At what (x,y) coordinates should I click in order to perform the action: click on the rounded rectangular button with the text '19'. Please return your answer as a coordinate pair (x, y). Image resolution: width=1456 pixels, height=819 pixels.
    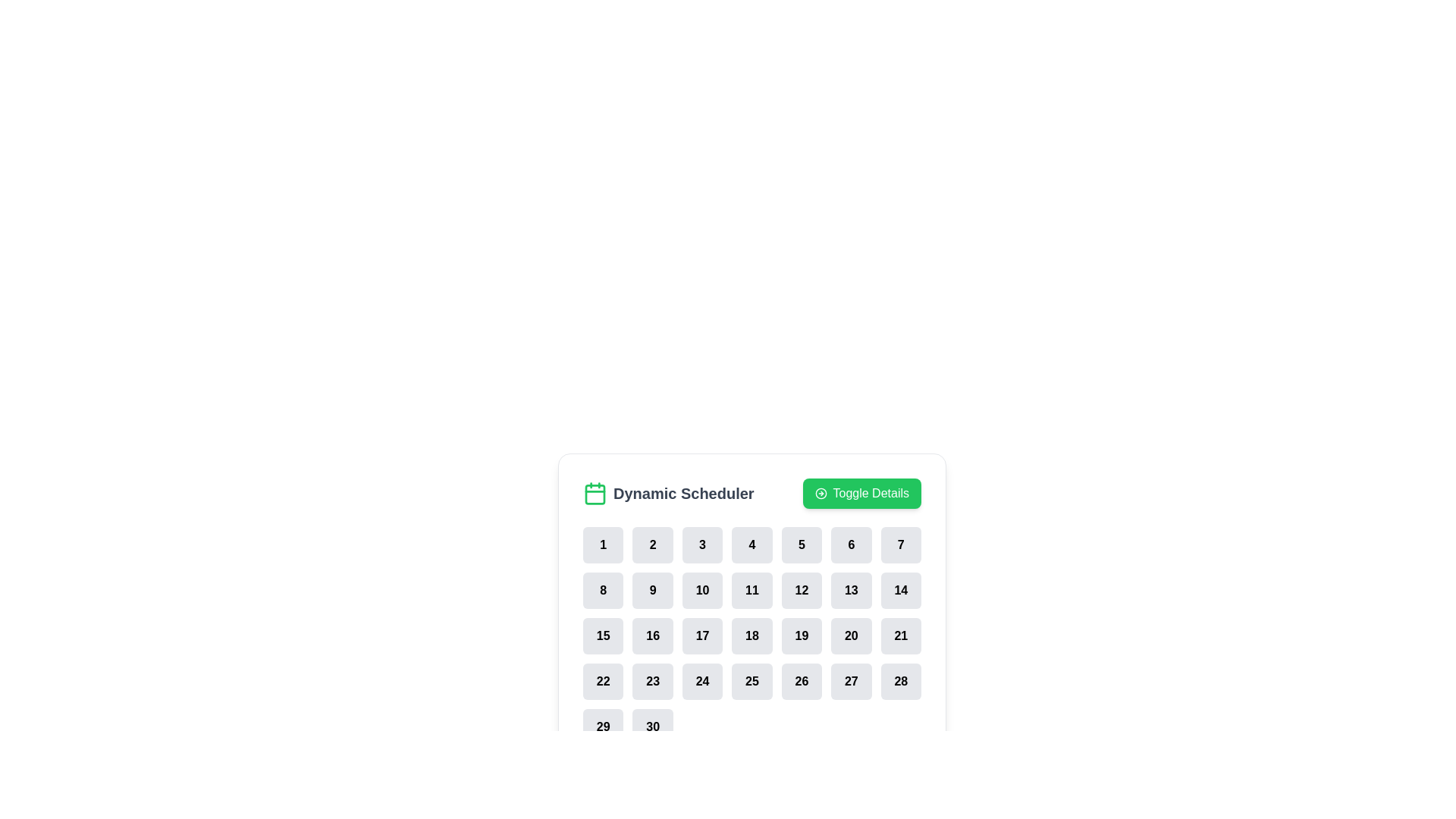
    Looking at the image, I should click on (801, 636).